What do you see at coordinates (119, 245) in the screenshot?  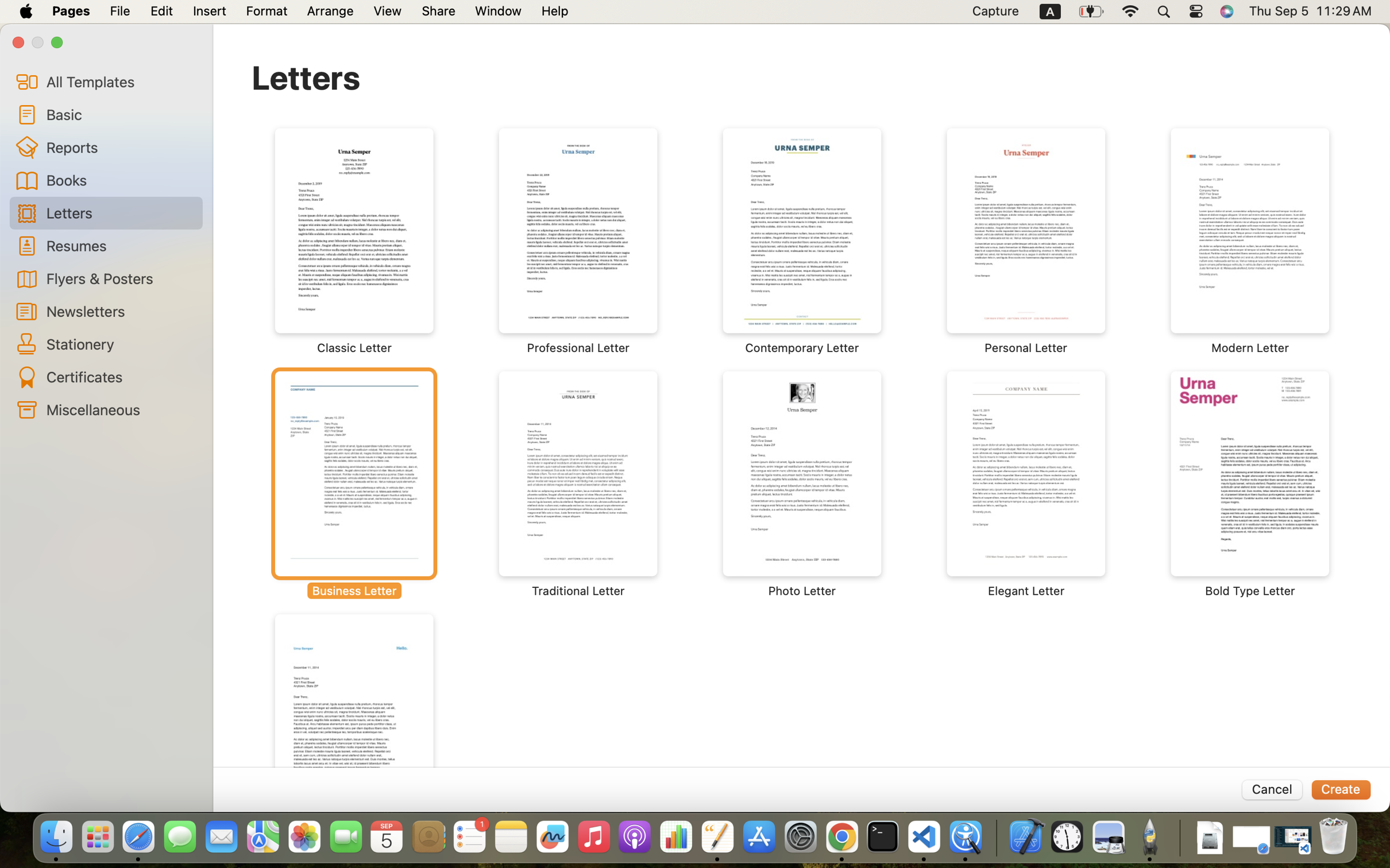 I see `'Resumes'` at bounding box center [119, 245].